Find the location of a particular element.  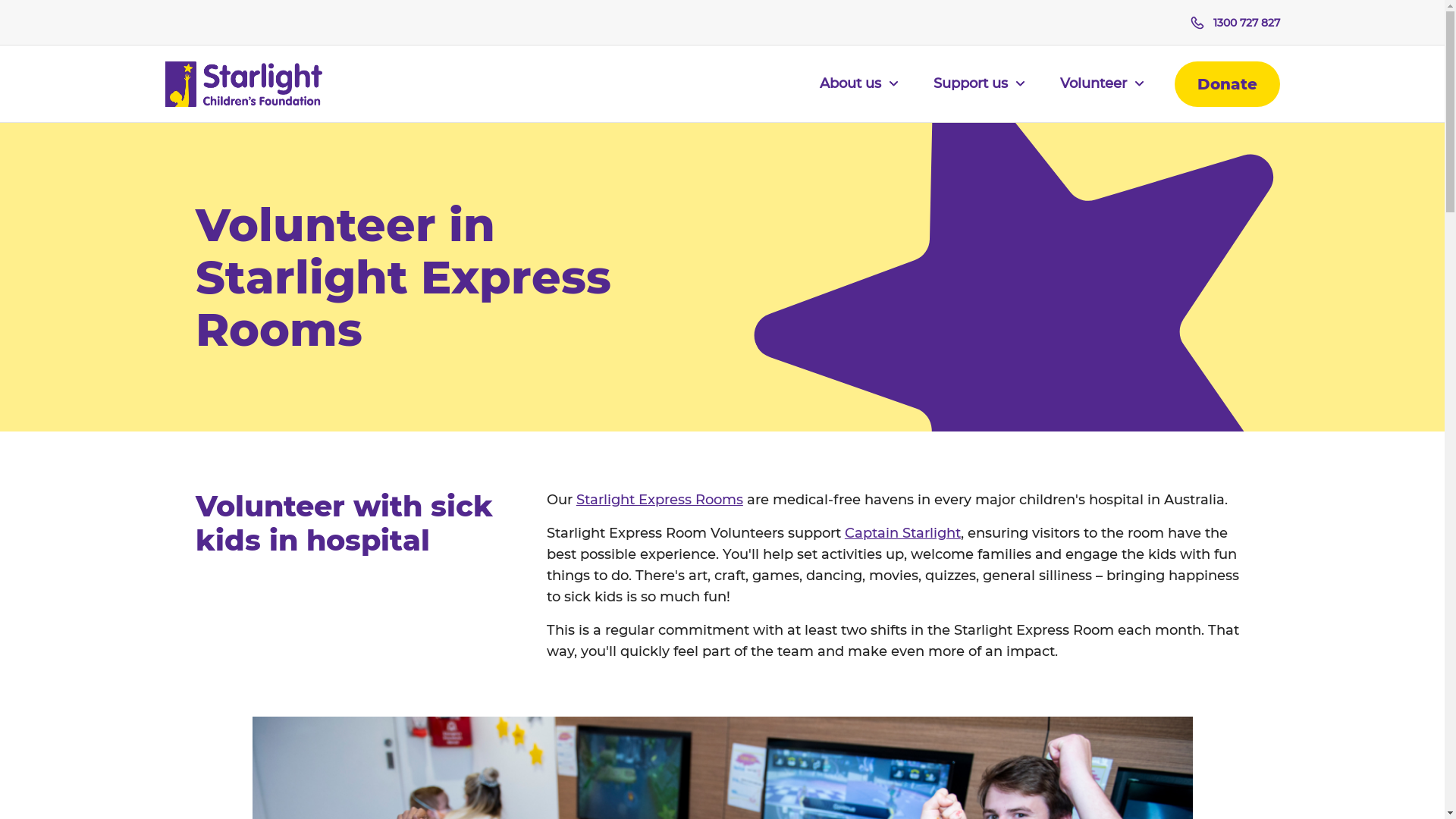

'Starlight' is located at coordinates (243, 84).